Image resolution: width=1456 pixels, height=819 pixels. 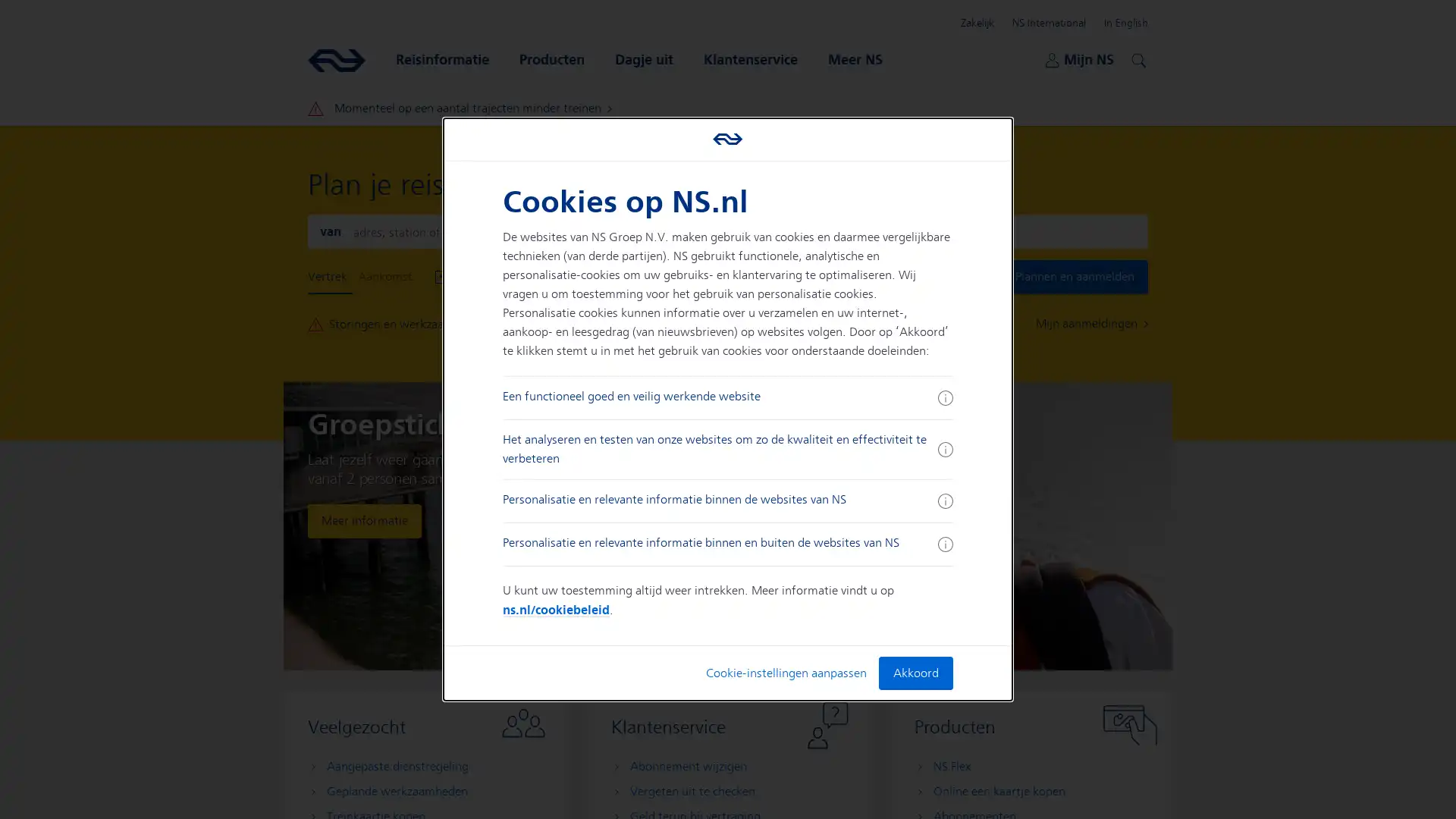 What do you see at coordinates (944, 449) in the screenshot?
I see `Meer informatie ingeklapt` at bounding box center [944, 449].